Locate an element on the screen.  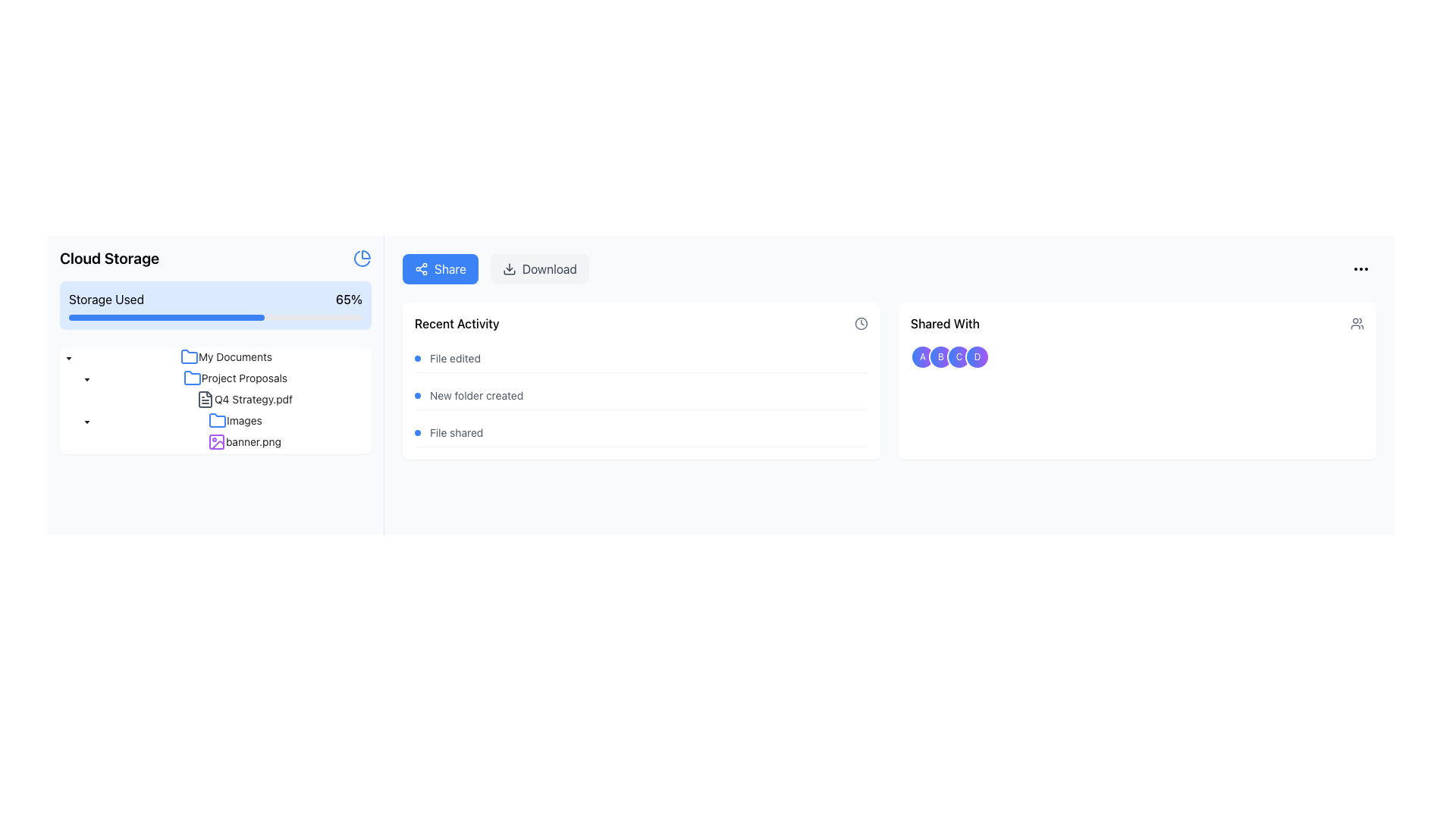
the 'My Documents' folder icon in the left-aligned Cloud Storage pane is located at coordinates (188, 356).